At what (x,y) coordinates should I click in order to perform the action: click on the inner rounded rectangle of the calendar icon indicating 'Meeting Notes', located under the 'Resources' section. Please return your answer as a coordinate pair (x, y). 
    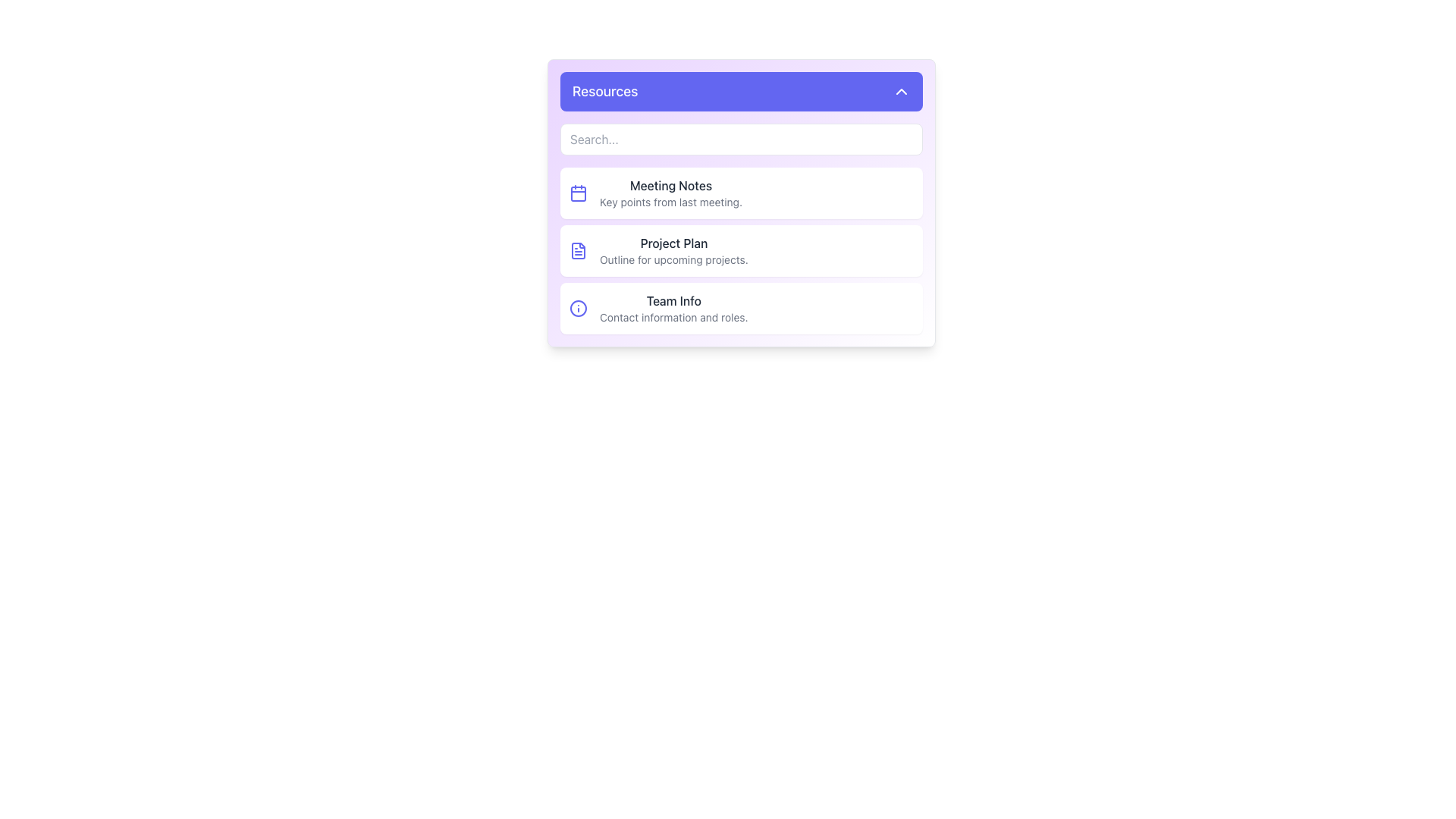
    Looking at the image, I should click on (578, 193).